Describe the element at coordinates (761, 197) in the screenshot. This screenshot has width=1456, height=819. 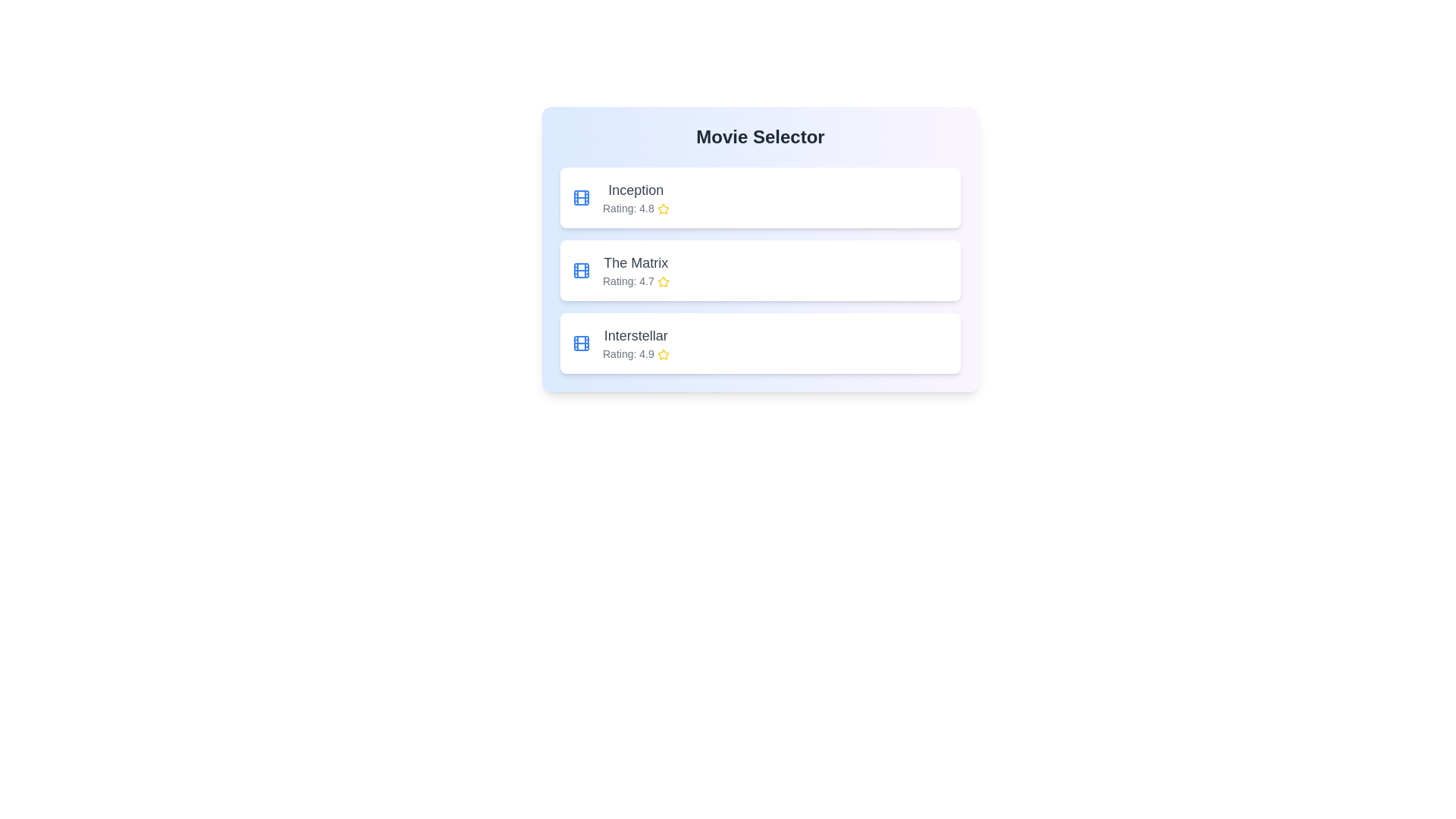
I see `the movie item corresponding to Inception` at that location.